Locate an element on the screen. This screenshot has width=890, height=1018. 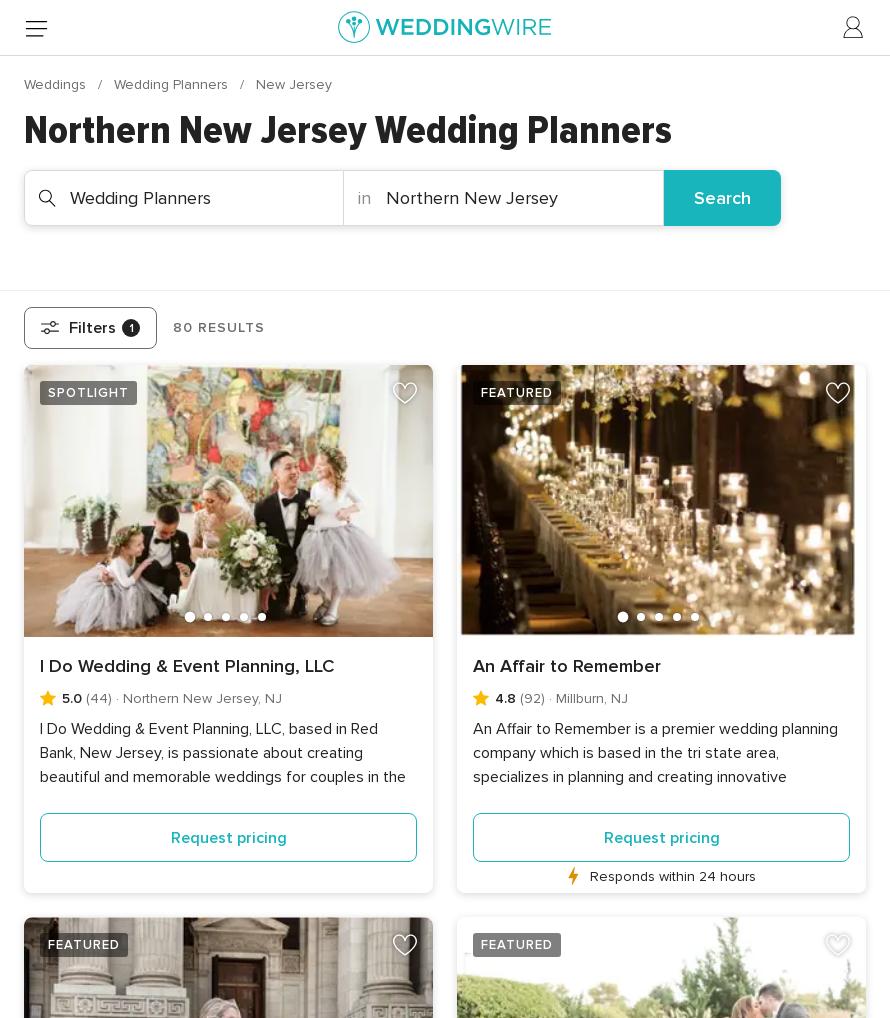
'I Do Wedding & Event Planning, LLC' is located at coordinates (186, 665).